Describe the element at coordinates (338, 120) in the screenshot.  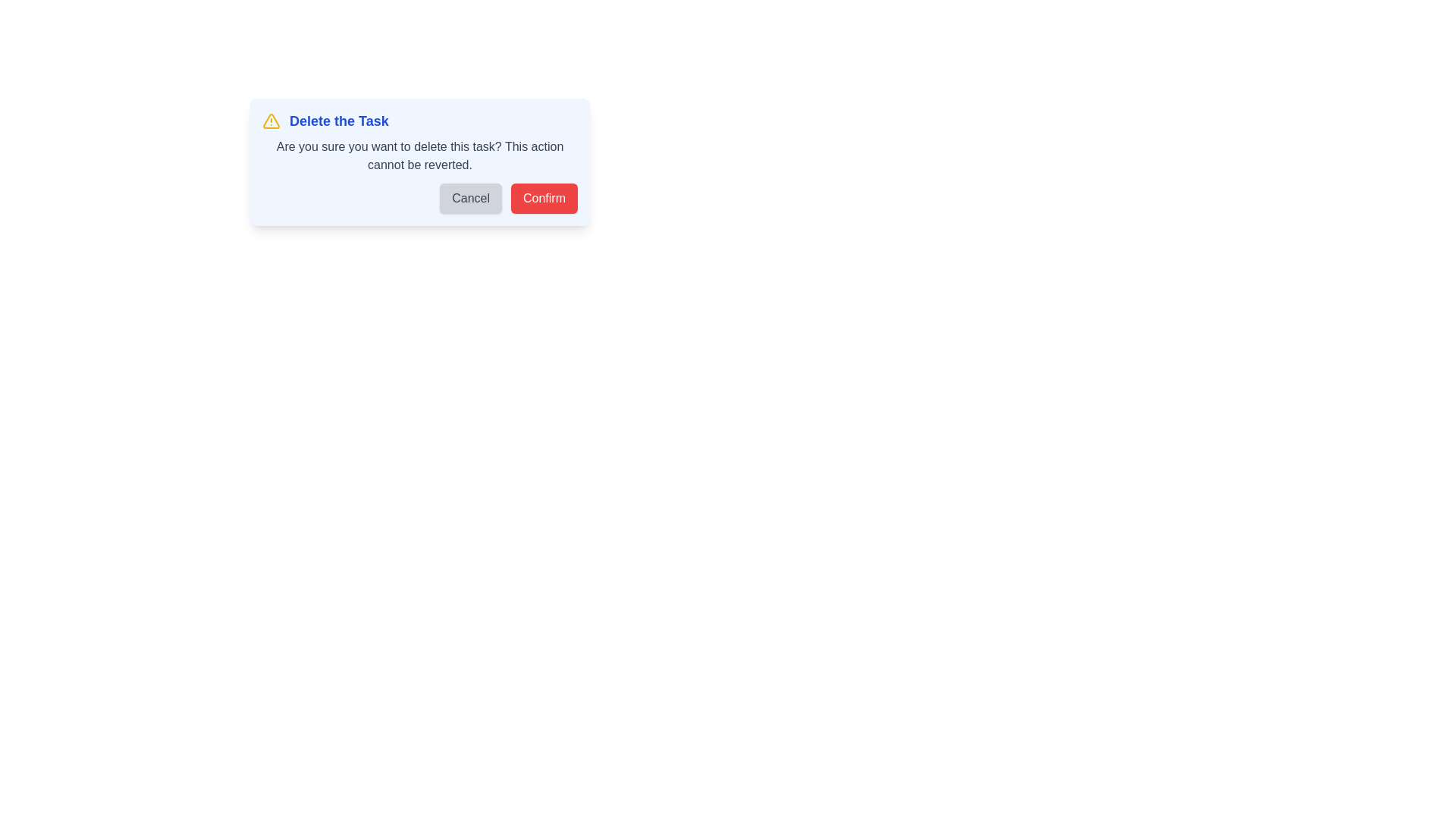
I see `the text label reading 'Delete the Task' which is styled in bold and deep blue color, positioned in the upper-left corner of a confirmation dialog box` at that location.